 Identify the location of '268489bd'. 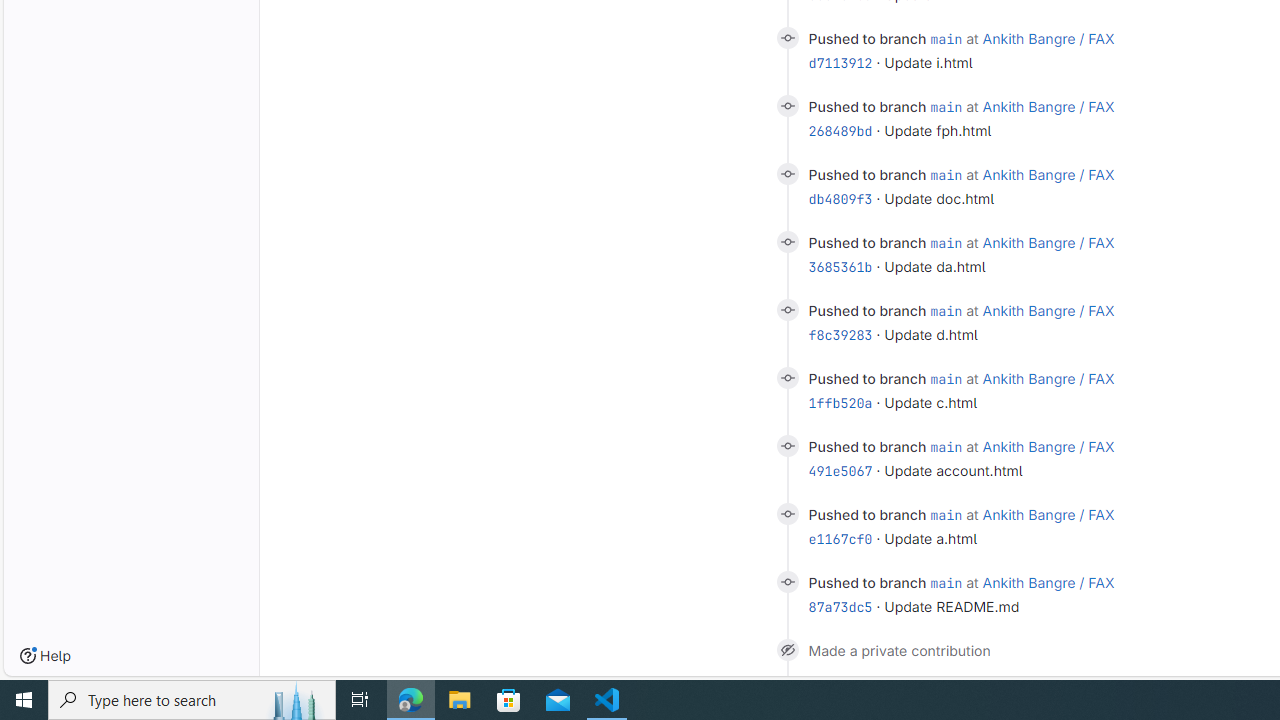
(840, 130).